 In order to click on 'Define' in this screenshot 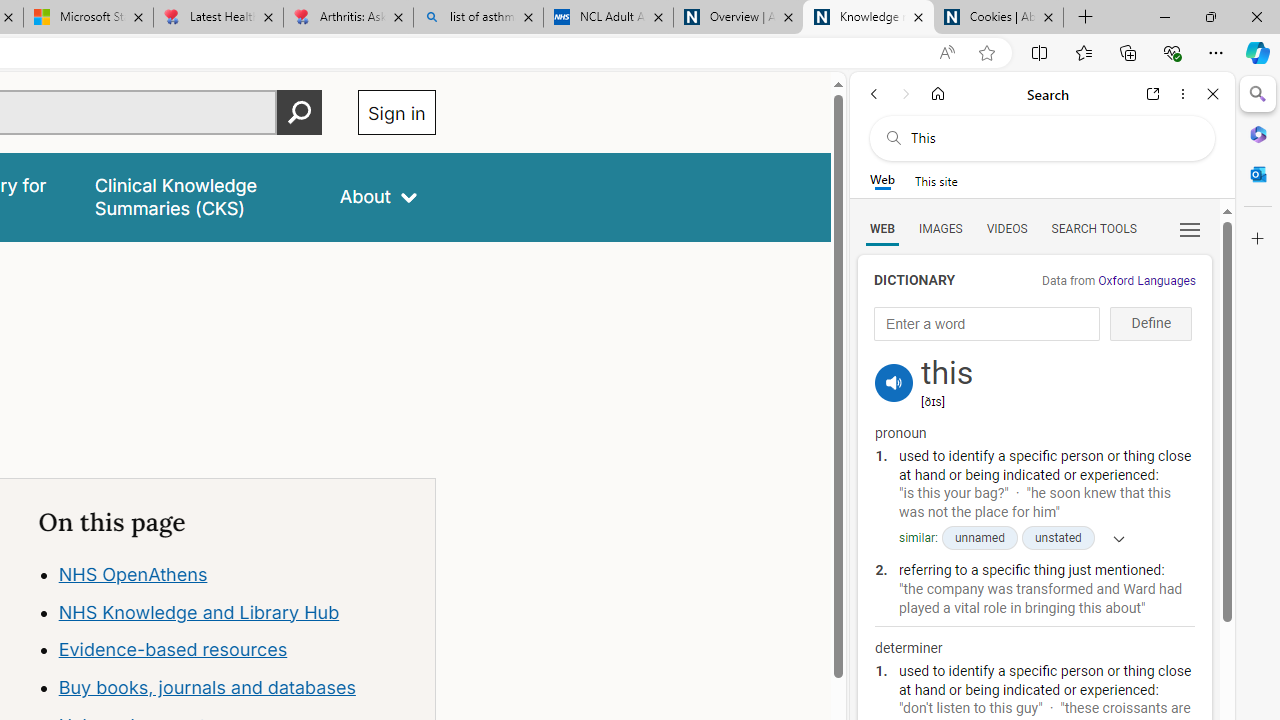, I will do `click(1151, 323)`.